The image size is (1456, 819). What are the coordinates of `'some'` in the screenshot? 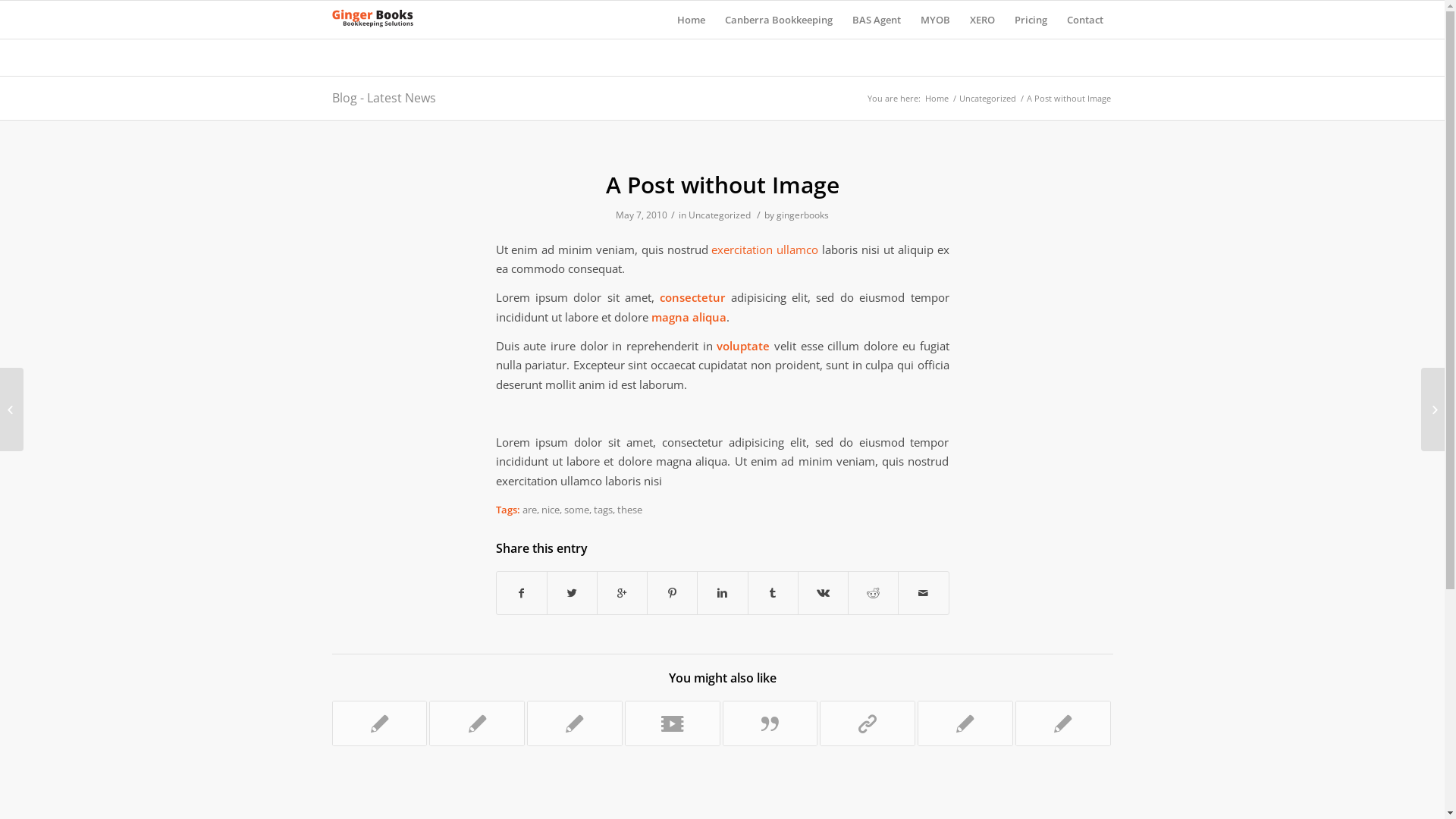 It's located at (563, 509).